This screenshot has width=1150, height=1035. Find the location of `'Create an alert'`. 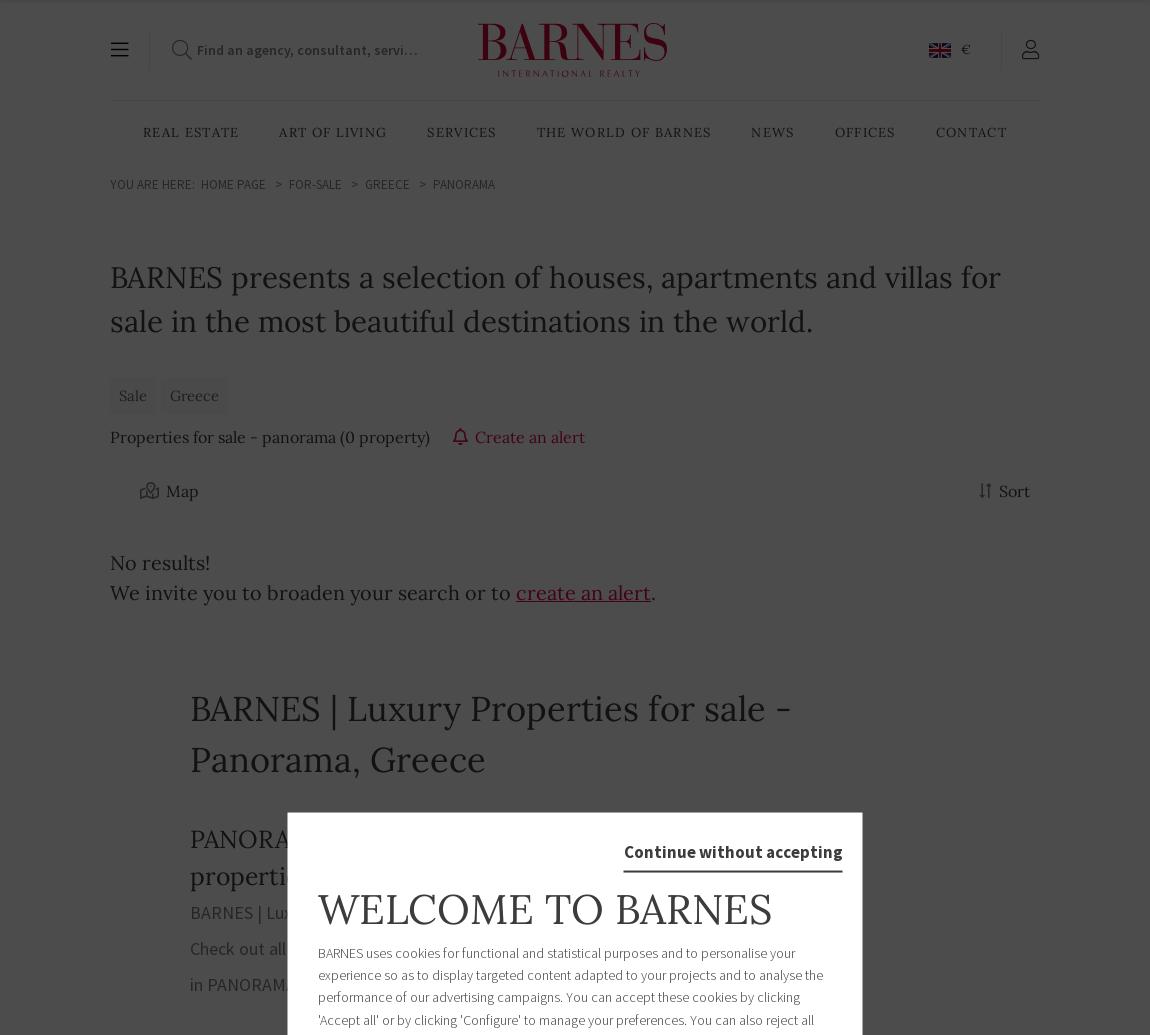

'Create an alert' is located at coordinates (474, 436).